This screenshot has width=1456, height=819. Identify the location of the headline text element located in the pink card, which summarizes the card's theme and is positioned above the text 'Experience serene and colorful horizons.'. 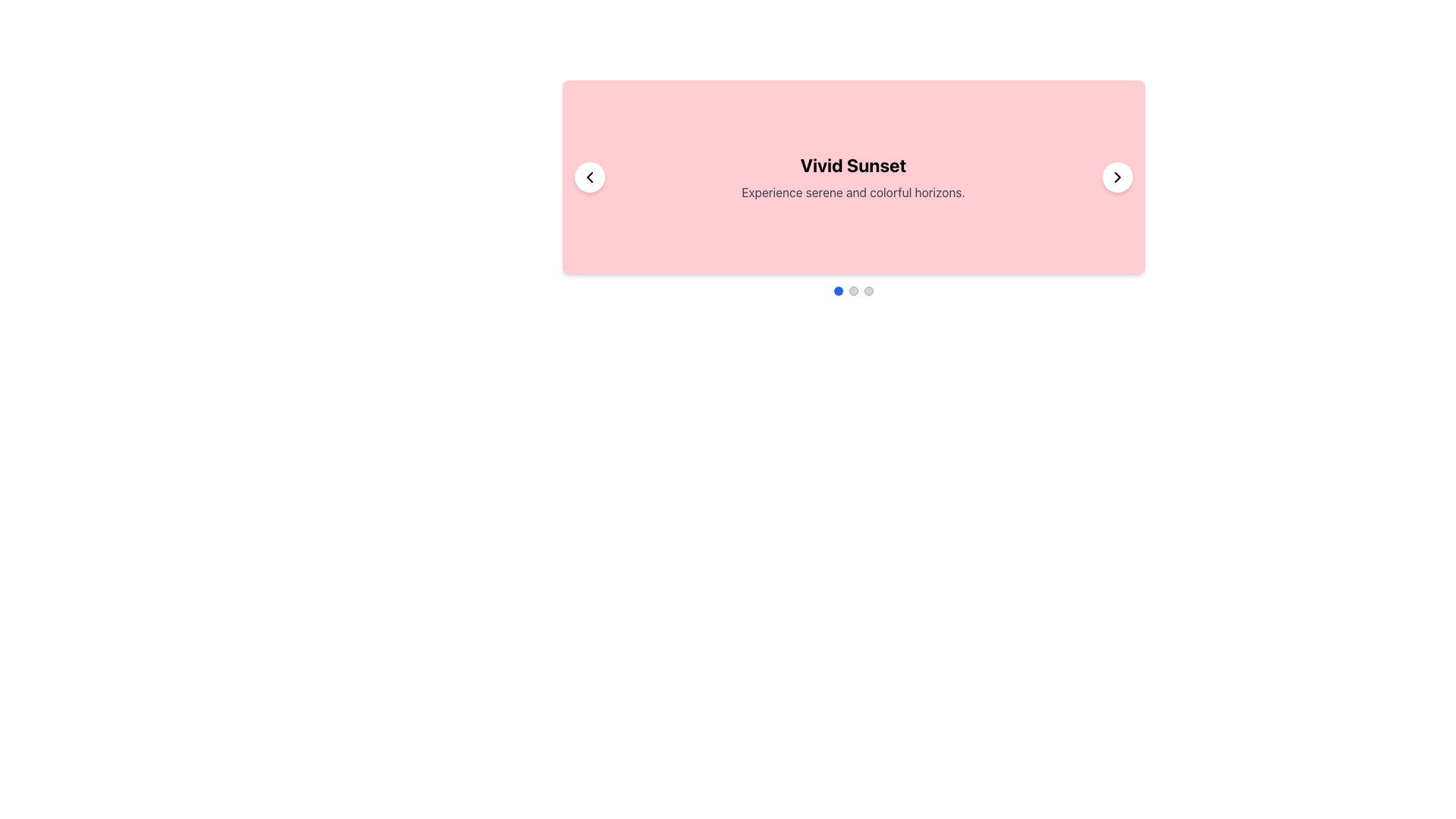
(853, 165).